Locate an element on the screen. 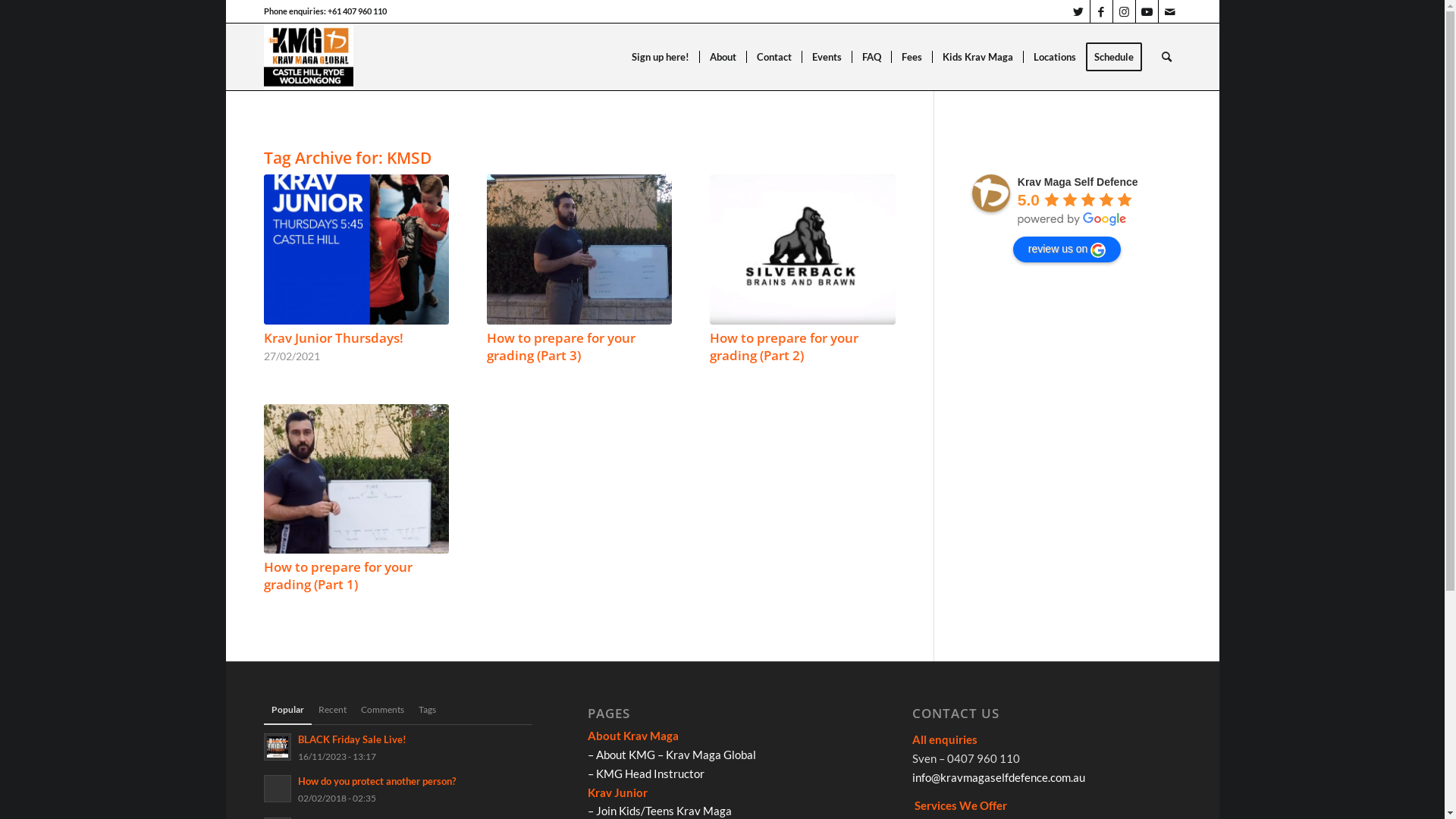 This screenshot has width=1456, height=819. 'Youtube' is located at coordinates (1147, 11).